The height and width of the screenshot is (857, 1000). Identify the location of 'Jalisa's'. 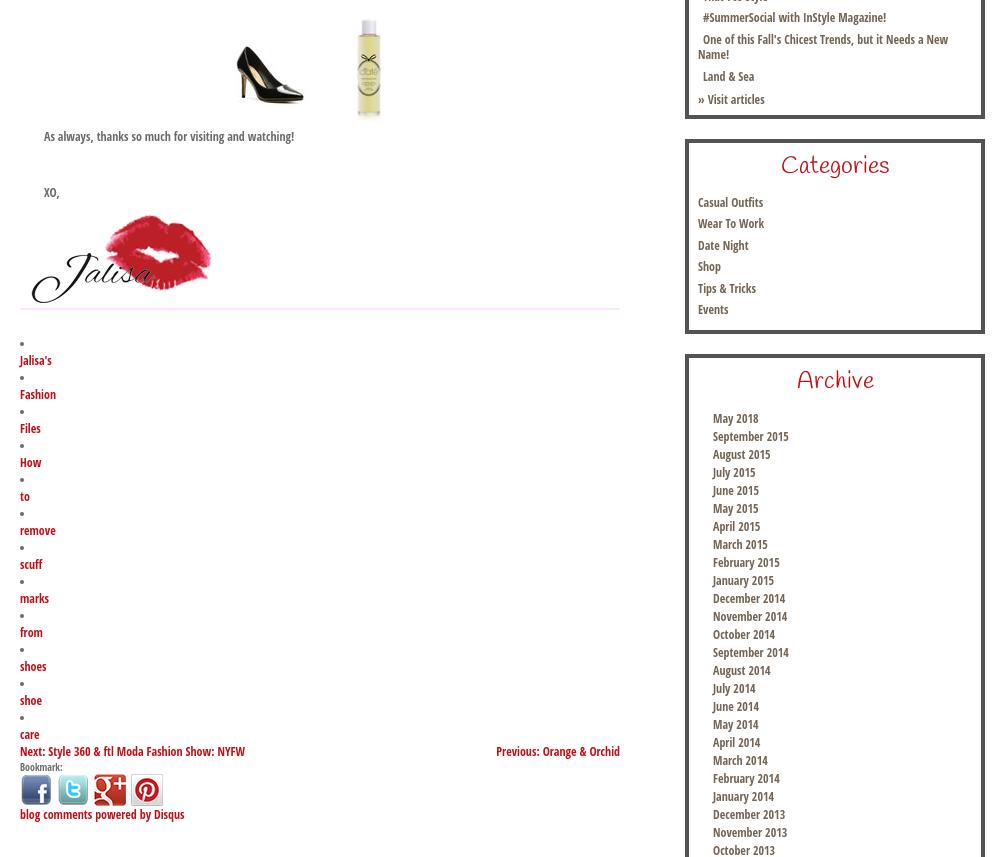
(35, 359).